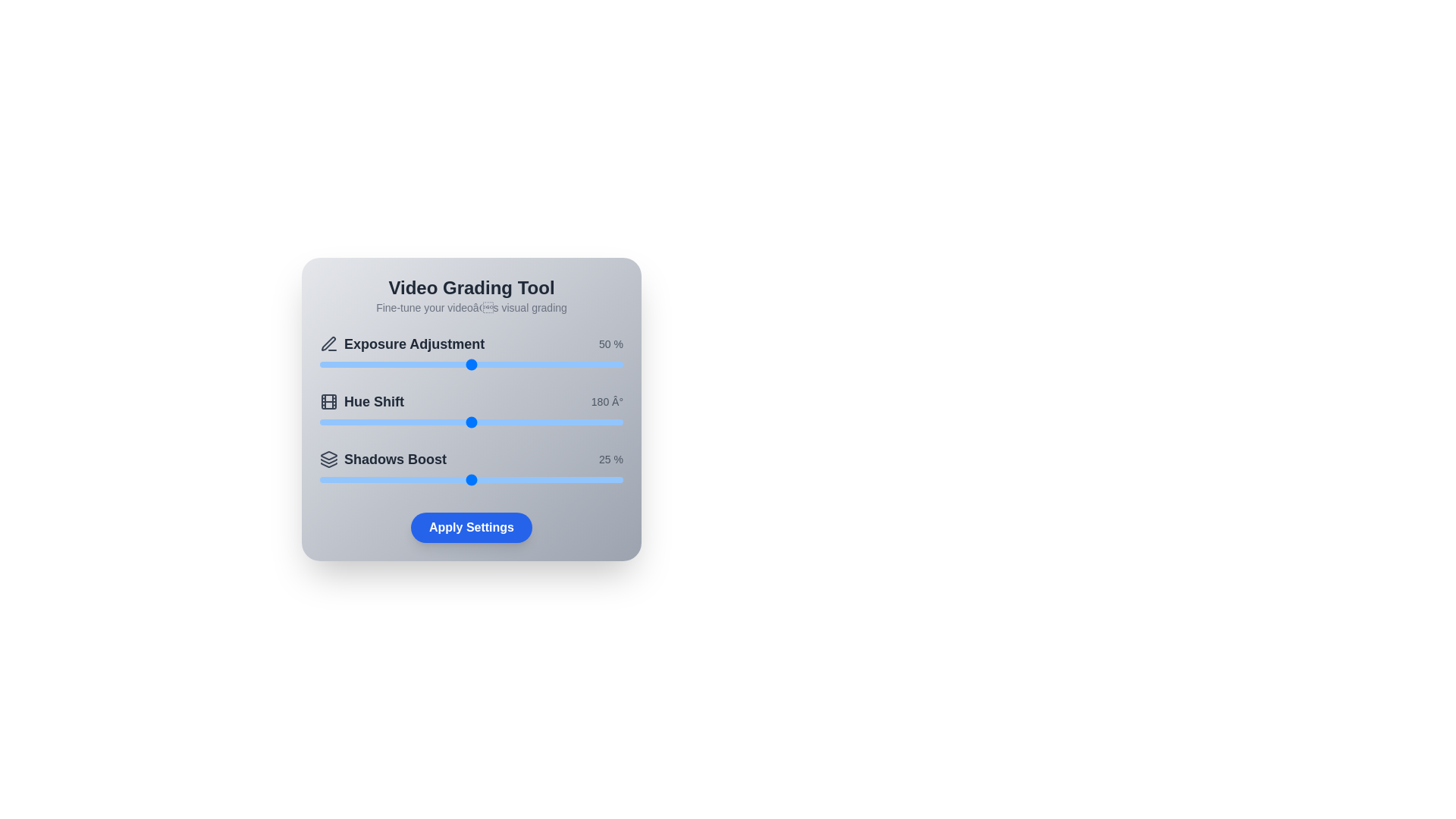  What do you see at coordinates (458, 479) in the screenshot?
I see `the 'Shadows Boost' slider` at bounding box center [458, 479].